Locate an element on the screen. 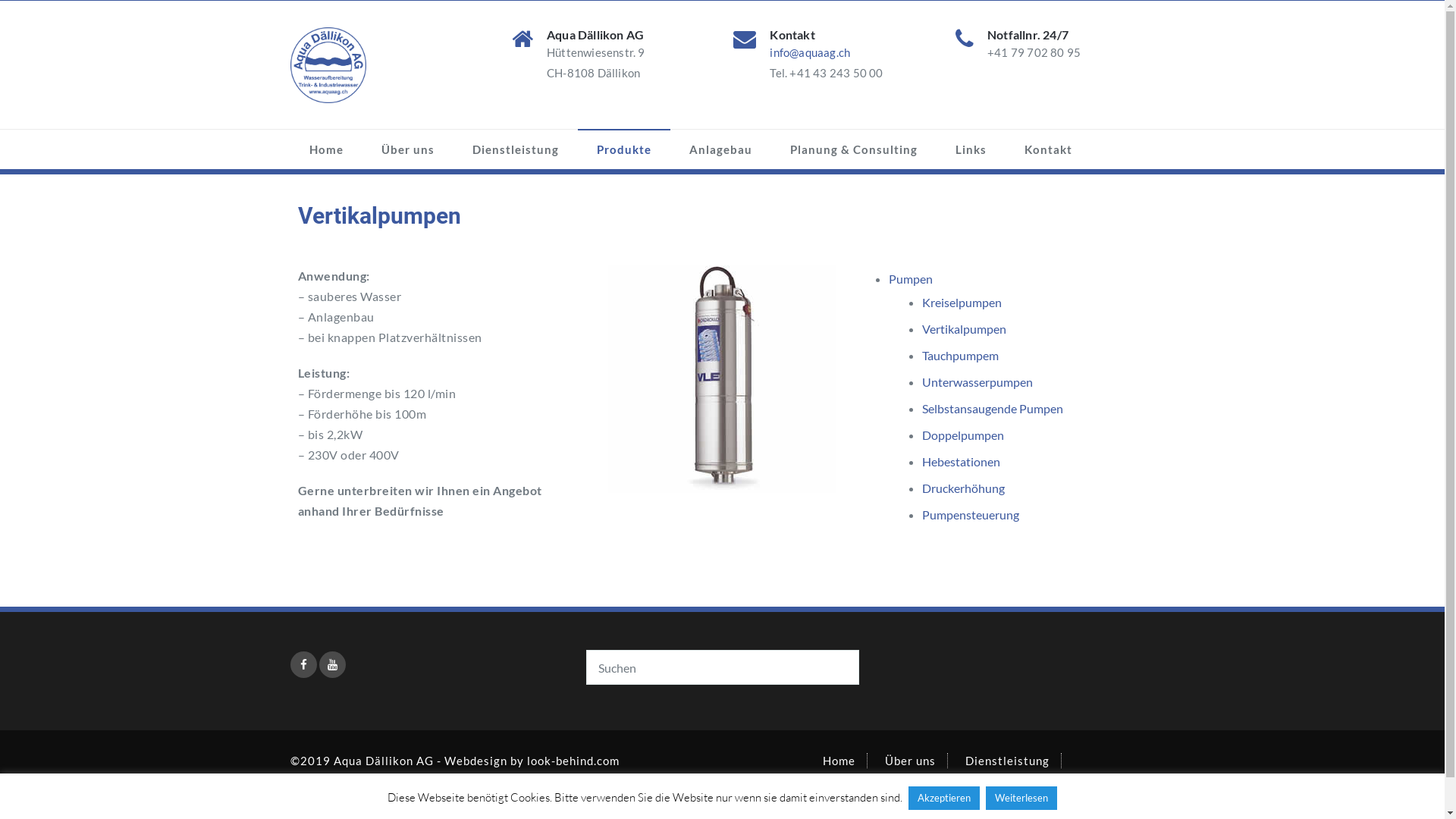  'Home' is located at coordinates (821, 760).